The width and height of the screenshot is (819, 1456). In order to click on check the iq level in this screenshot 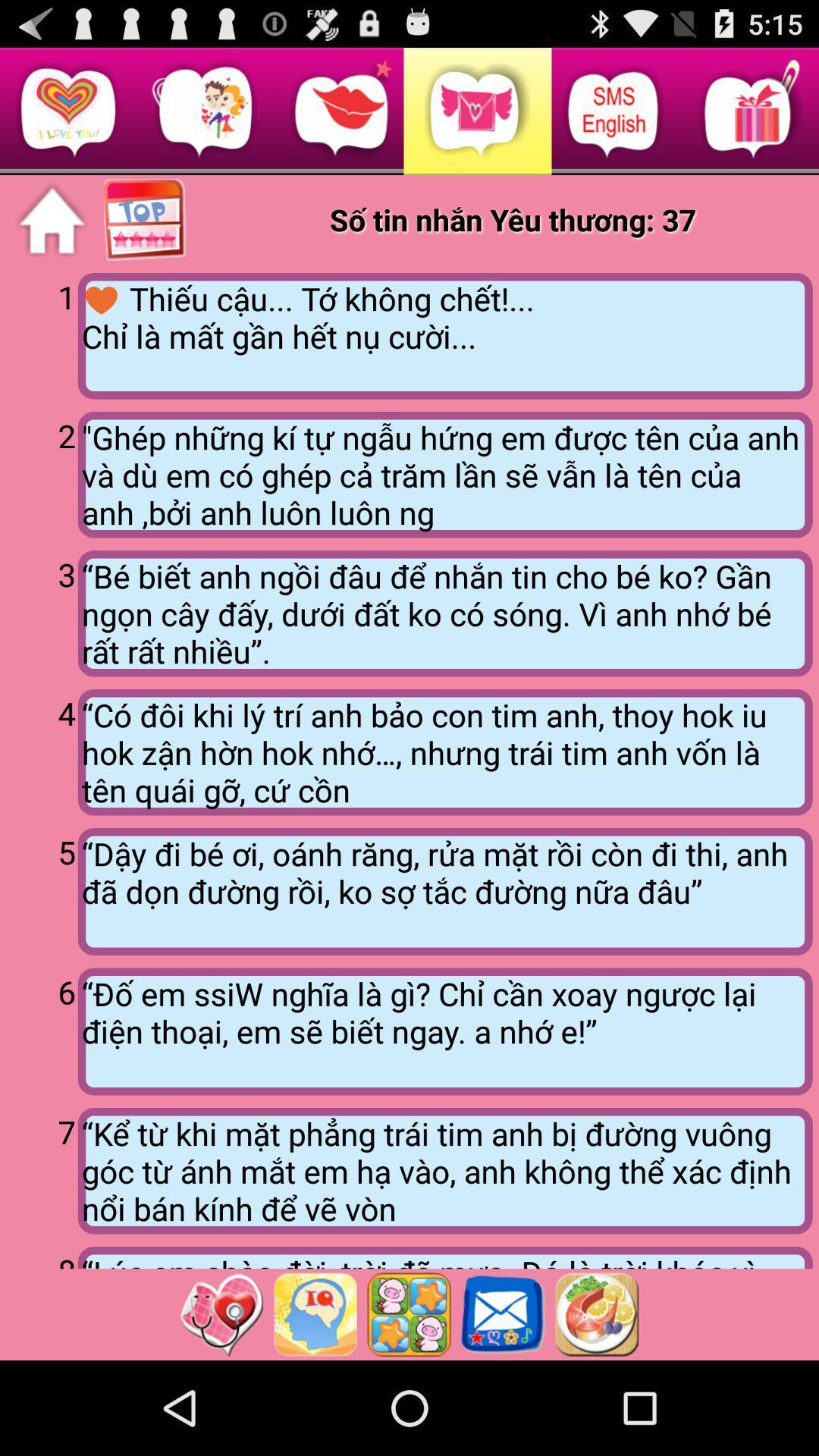, I will do `click(314, 1313)`.